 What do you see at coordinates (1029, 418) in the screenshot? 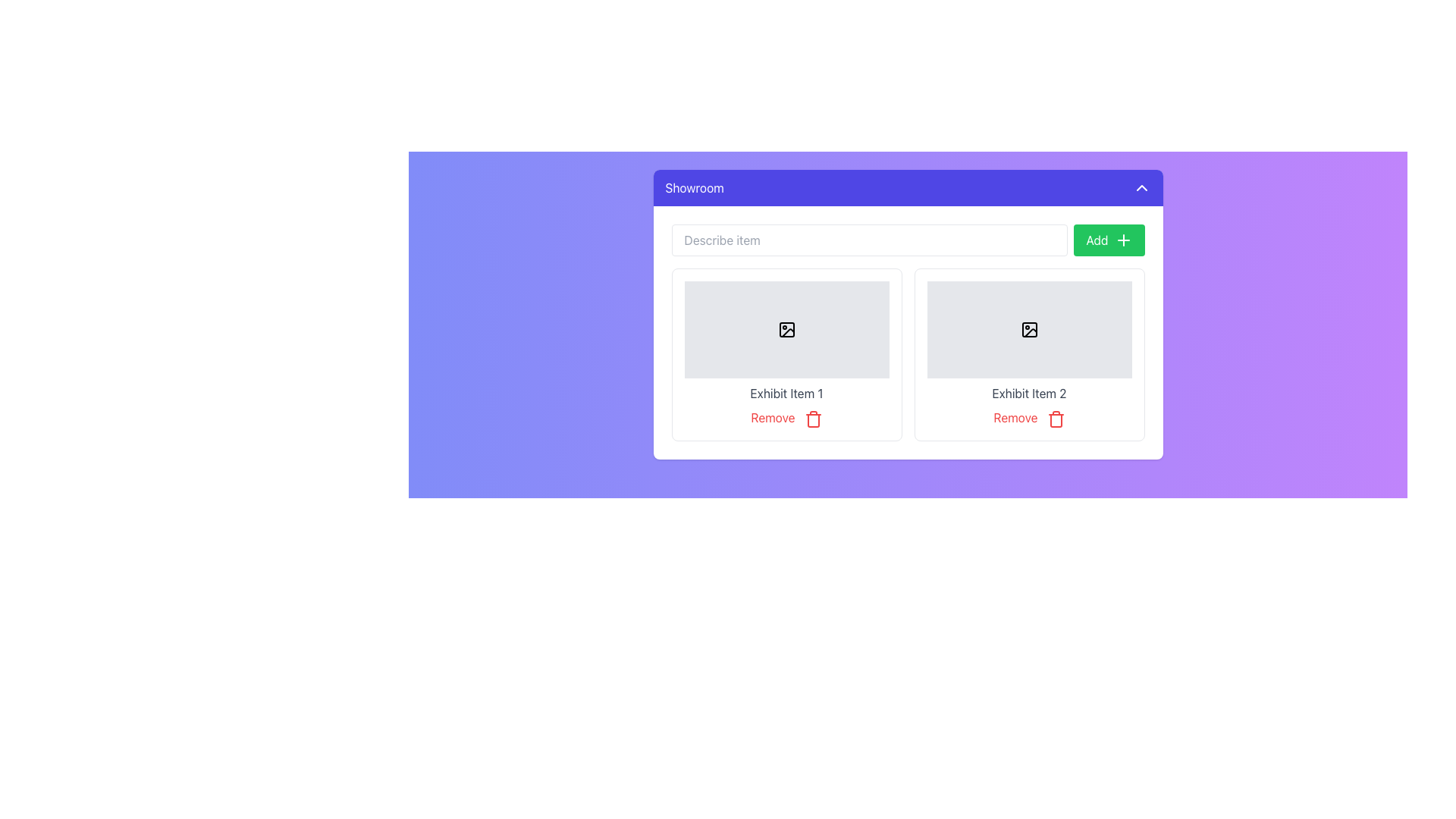
I see `the delete button located at the bottom-right corner of the 'Exhibit Item 2' card to observe the hover color change` at bounding box center [1029, 418].